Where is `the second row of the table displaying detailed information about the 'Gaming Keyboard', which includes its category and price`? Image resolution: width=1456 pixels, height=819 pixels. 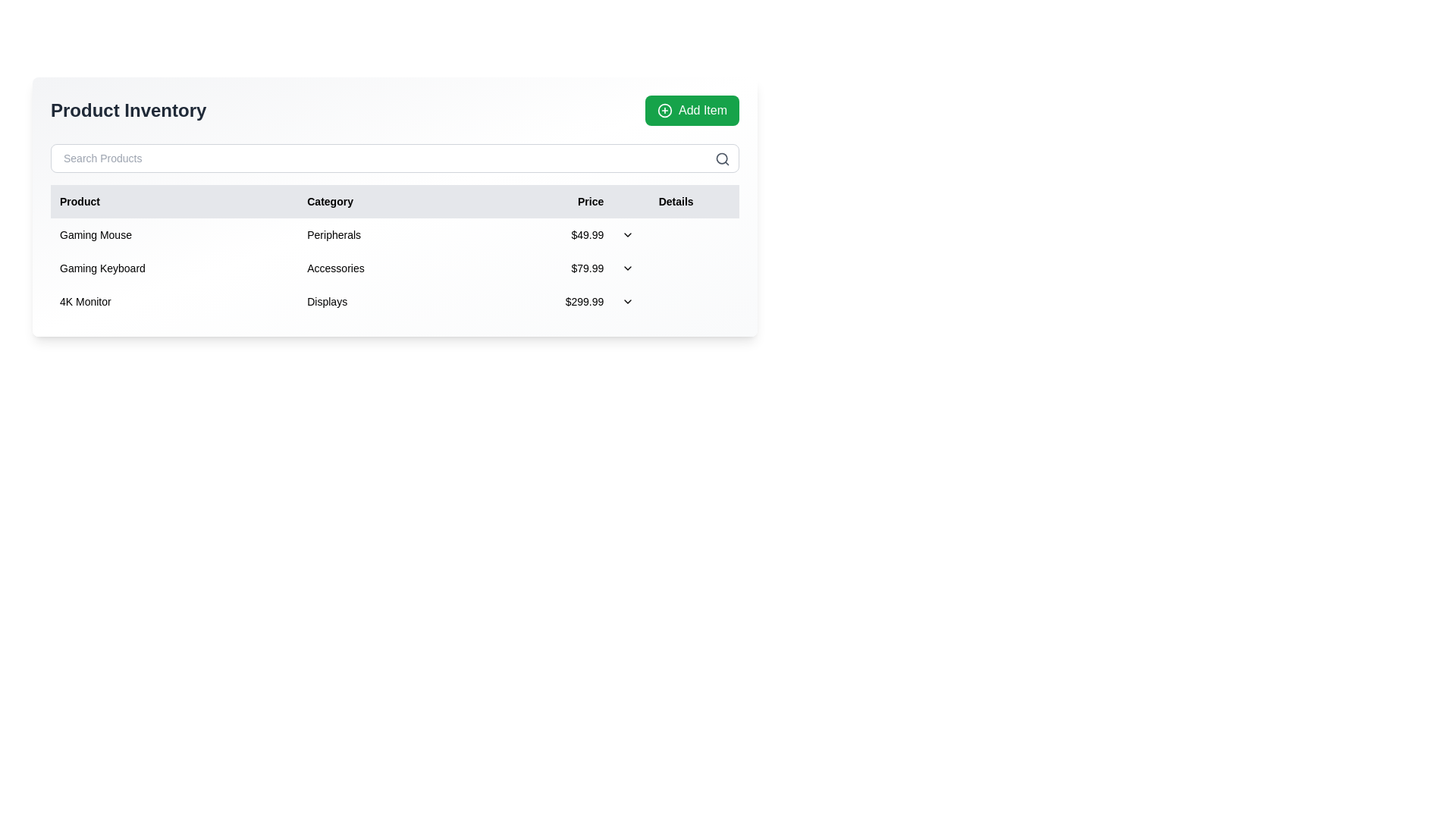 the second row of the table displaying detailed information about the 'Gaming Keyboard', which includes its category and price is located at coordinates (395, 268).